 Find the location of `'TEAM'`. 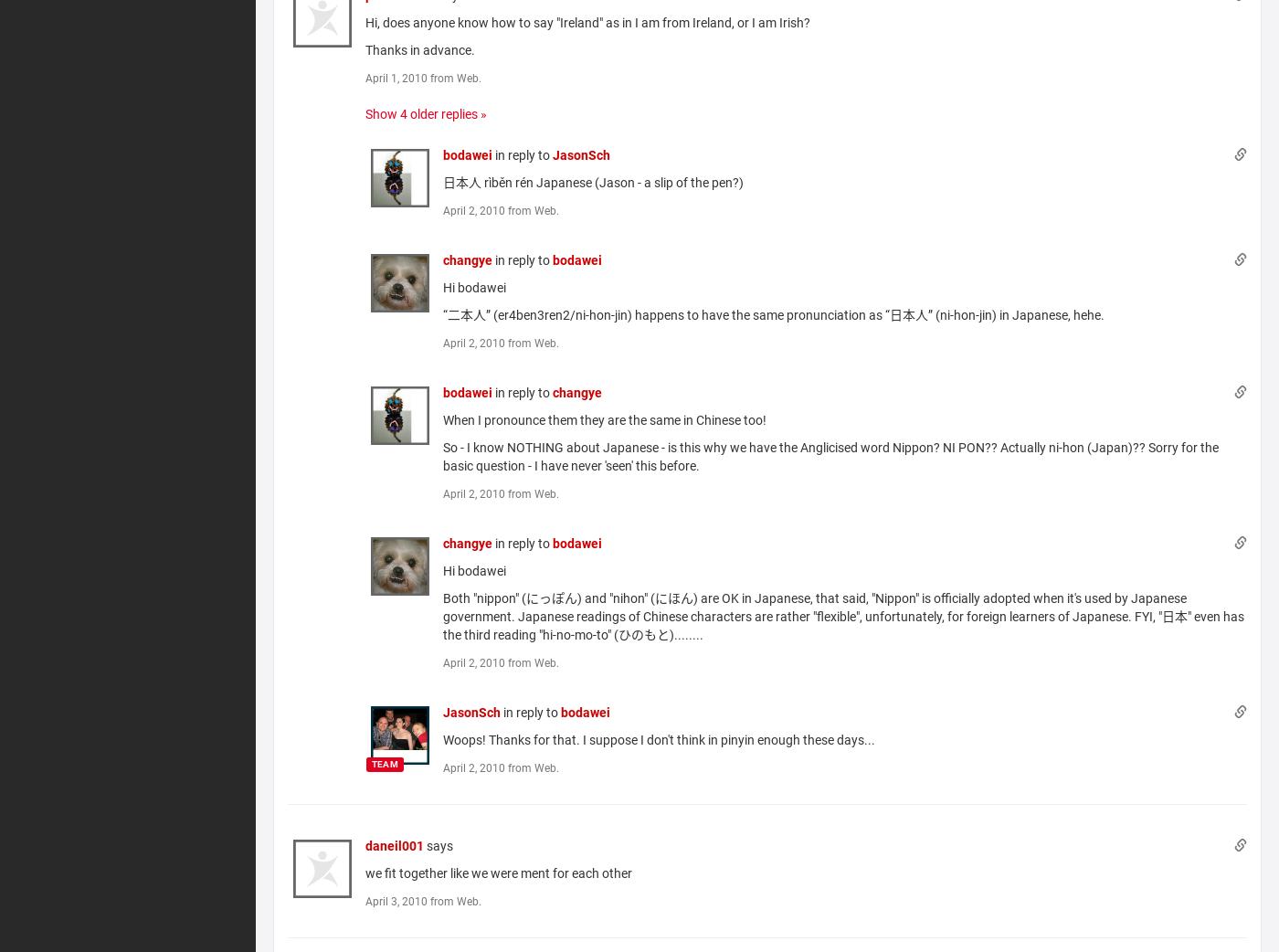

'TEAM' is located at coordinates (384, 763).